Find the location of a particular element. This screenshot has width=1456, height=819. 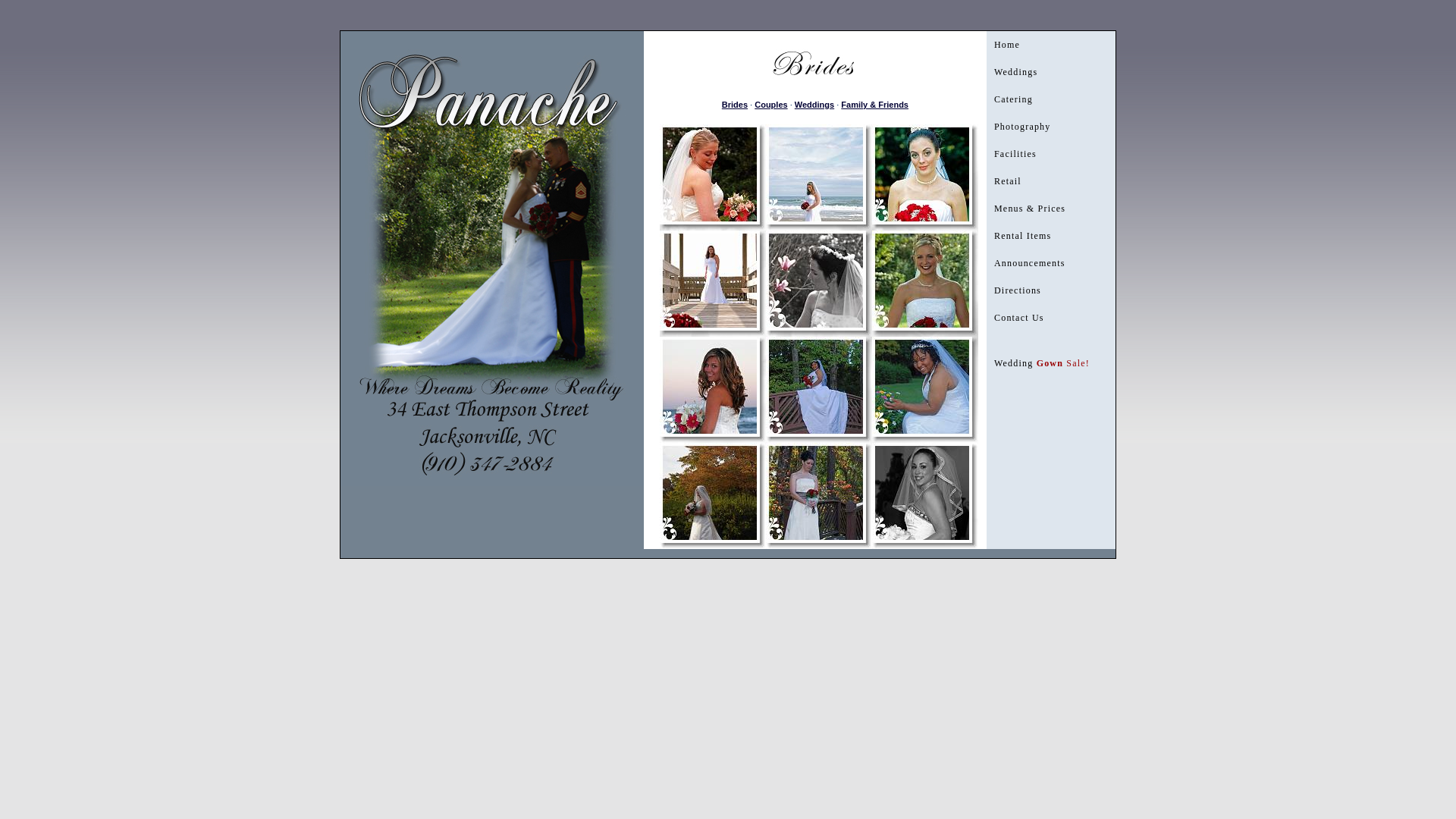

'Directions' is located at coordinates (1050, 290).